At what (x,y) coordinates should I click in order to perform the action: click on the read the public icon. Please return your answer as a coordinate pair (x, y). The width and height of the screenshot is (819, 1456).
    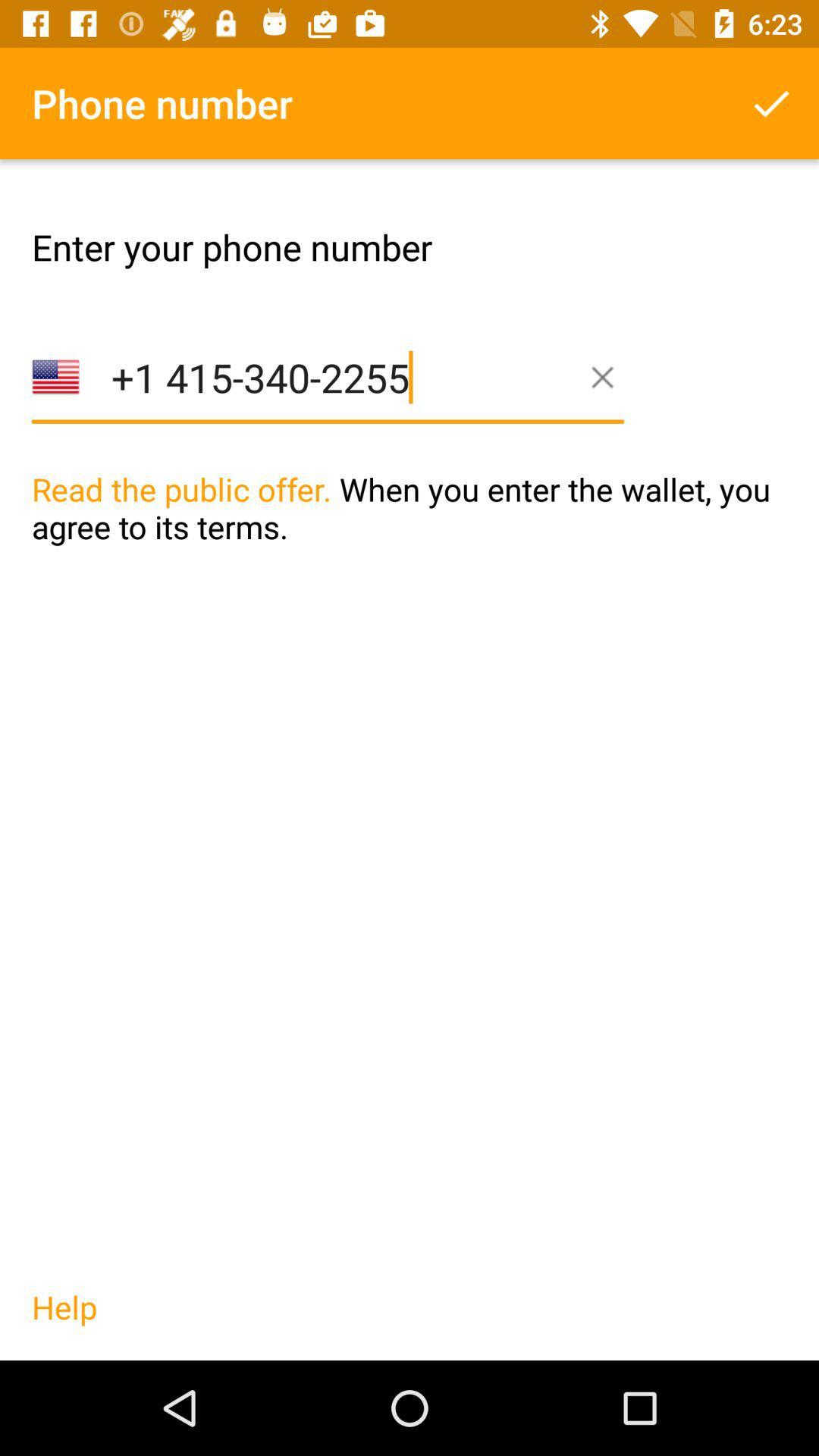
    Looking at the image, I should click on (409, 539).